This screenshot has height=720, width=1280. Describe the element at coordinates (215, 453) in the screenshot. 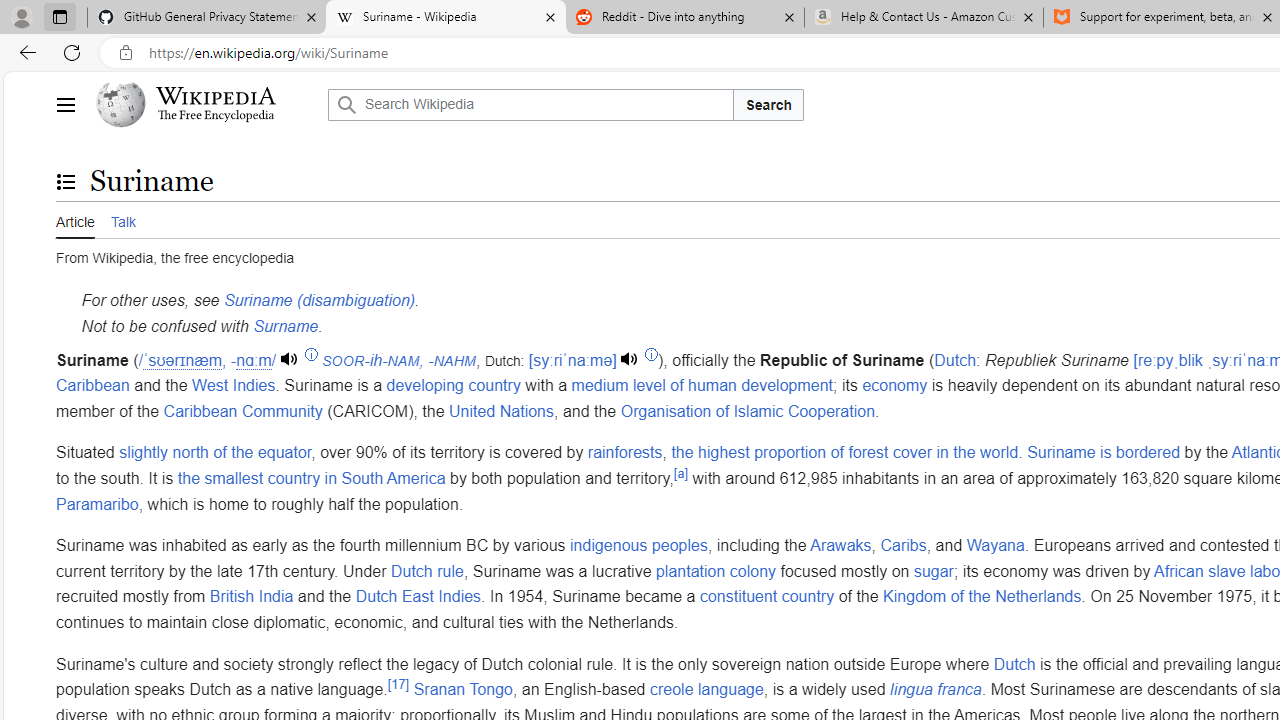

I see `'slightly north of the equator'` at that location.